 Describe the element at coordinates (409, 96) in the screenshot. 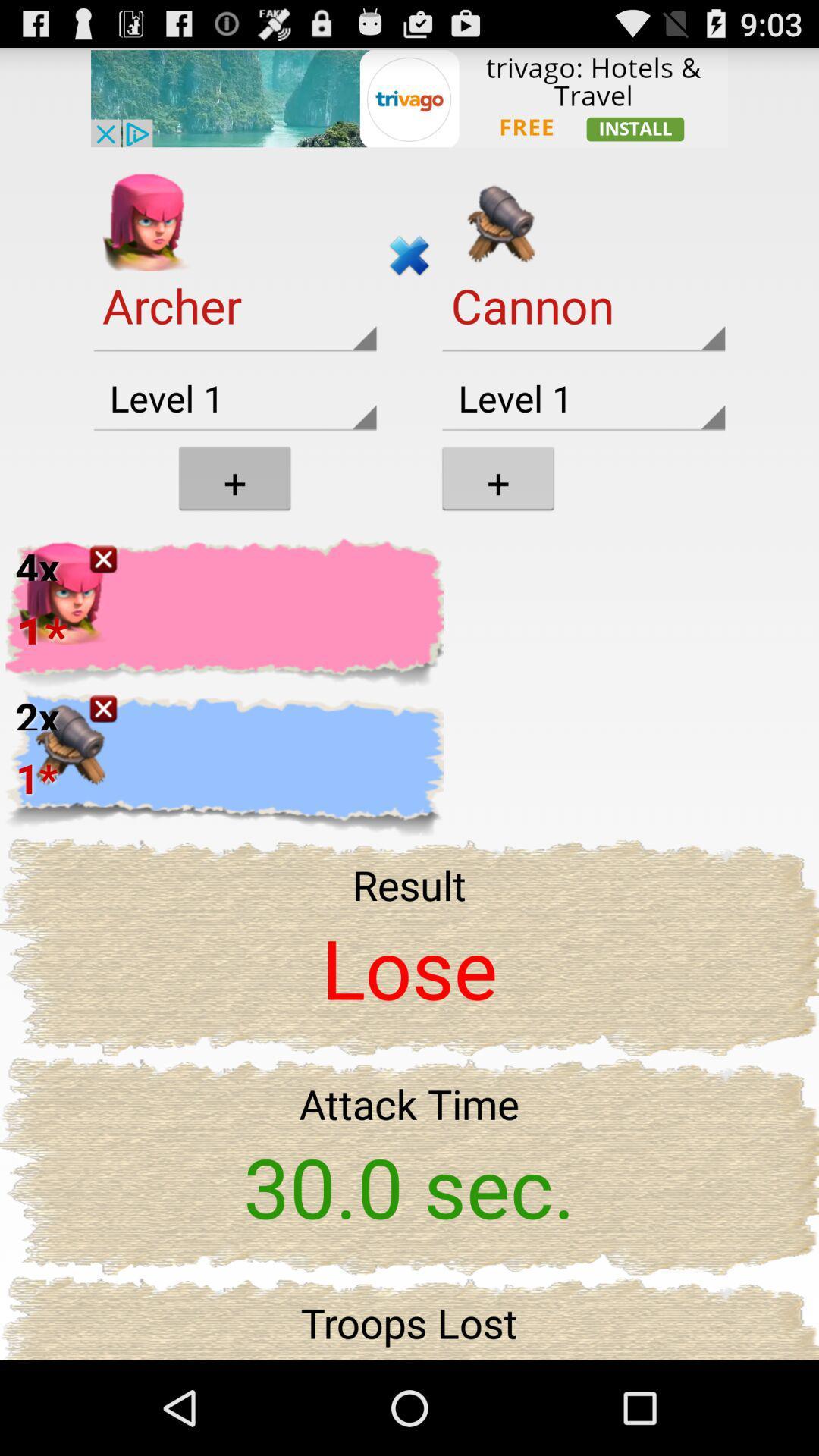

I see `open advertisement` at that location.